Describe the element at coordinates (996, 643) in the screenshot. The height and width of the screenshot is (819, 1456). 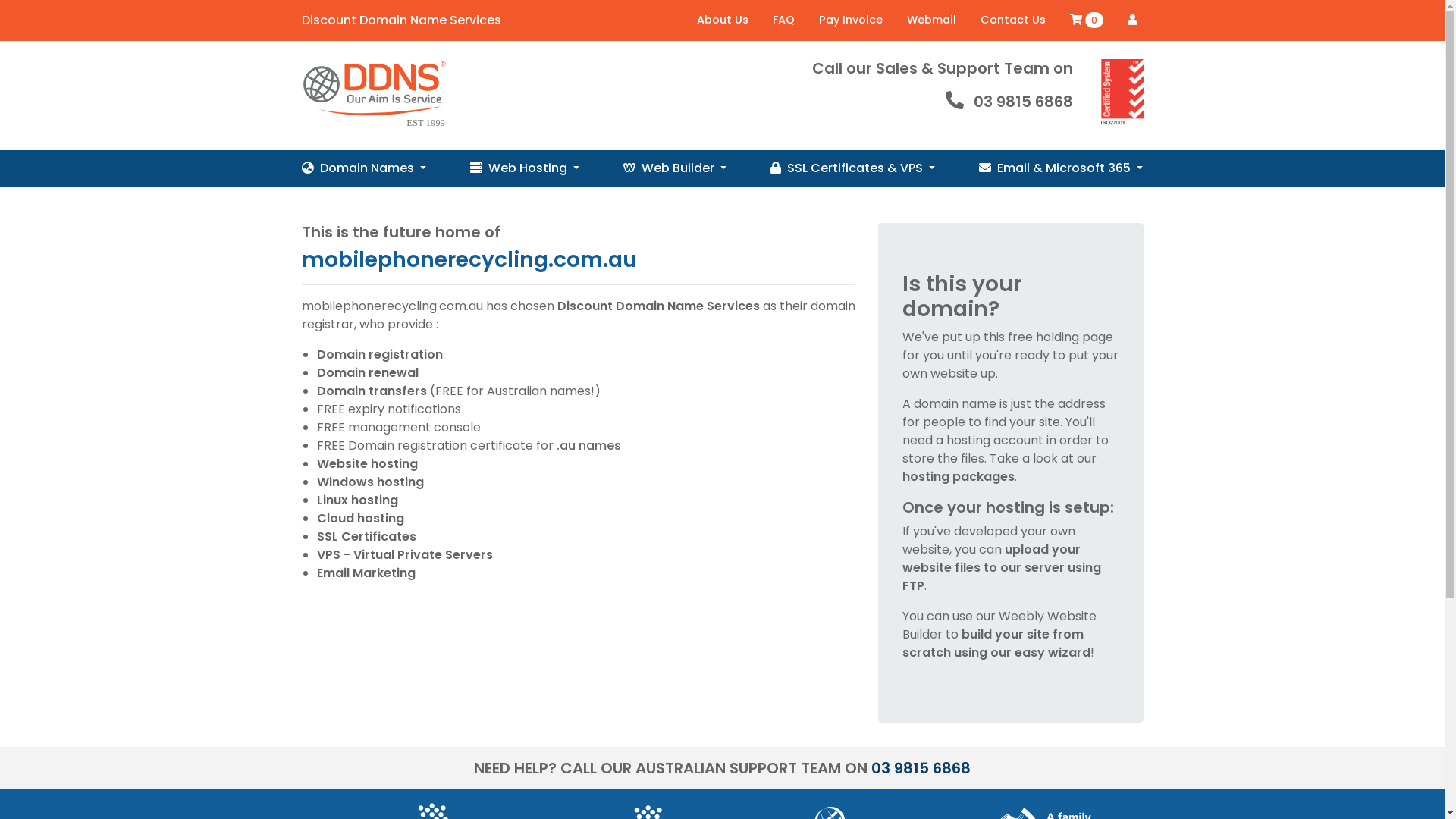
I see `'build your site from scratch using our easy wizard'` at that location.